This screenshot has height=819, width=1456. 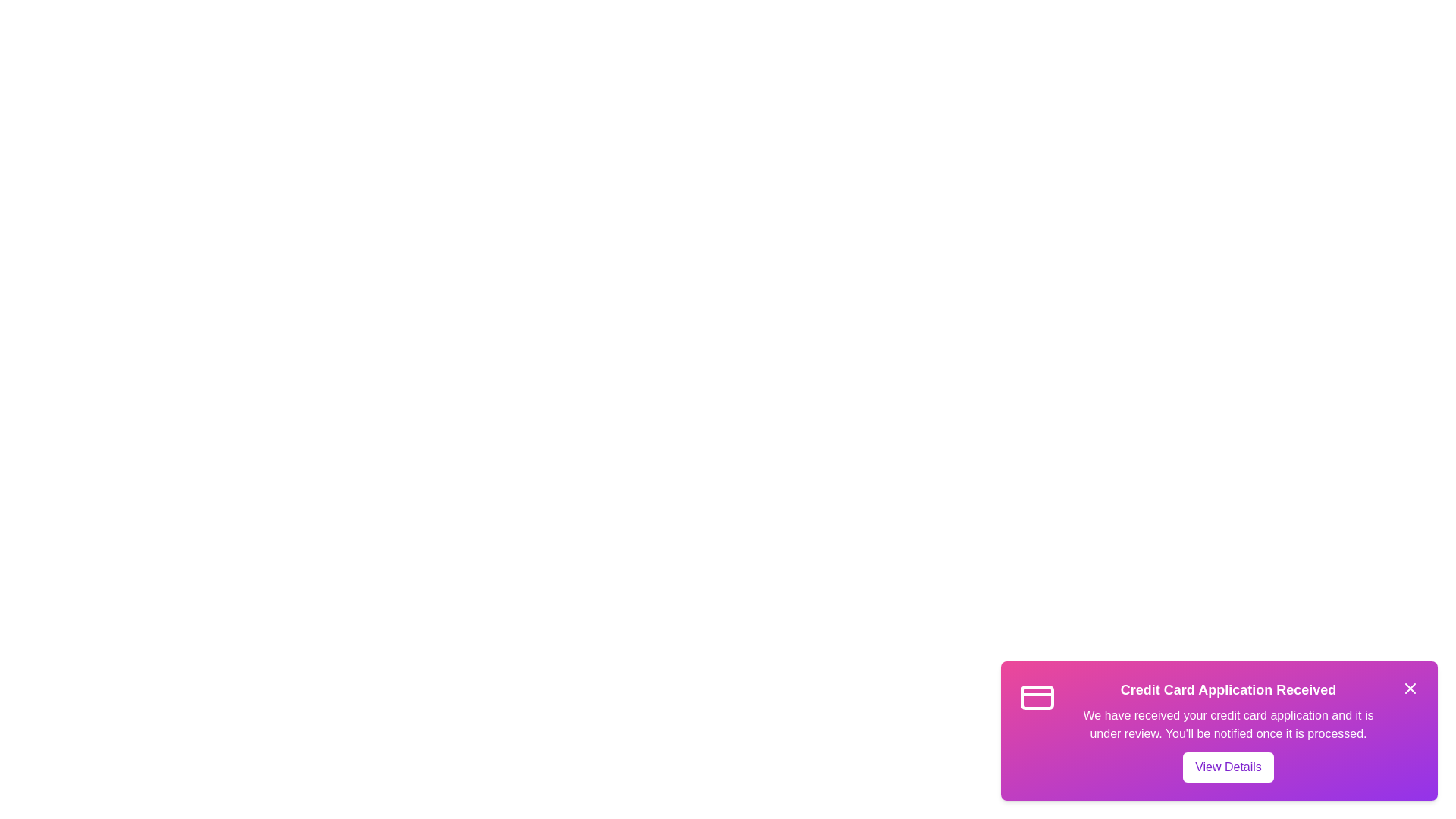 What do you see at coordinates (1410, 688) in the screenshot?
I see `the 'Close' button to dismiss the notification` at bounding box center [1410, 688].